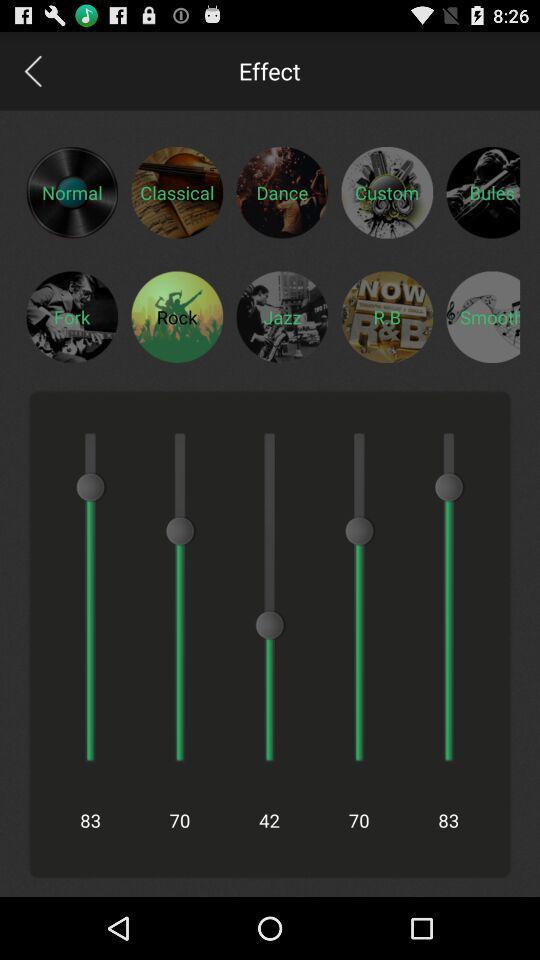 This screenshot has height=960, width=540. What do you see at coordinates (71, 339) in the screenshot?
I see `the avatar icon` at bounding box center [71, 339].